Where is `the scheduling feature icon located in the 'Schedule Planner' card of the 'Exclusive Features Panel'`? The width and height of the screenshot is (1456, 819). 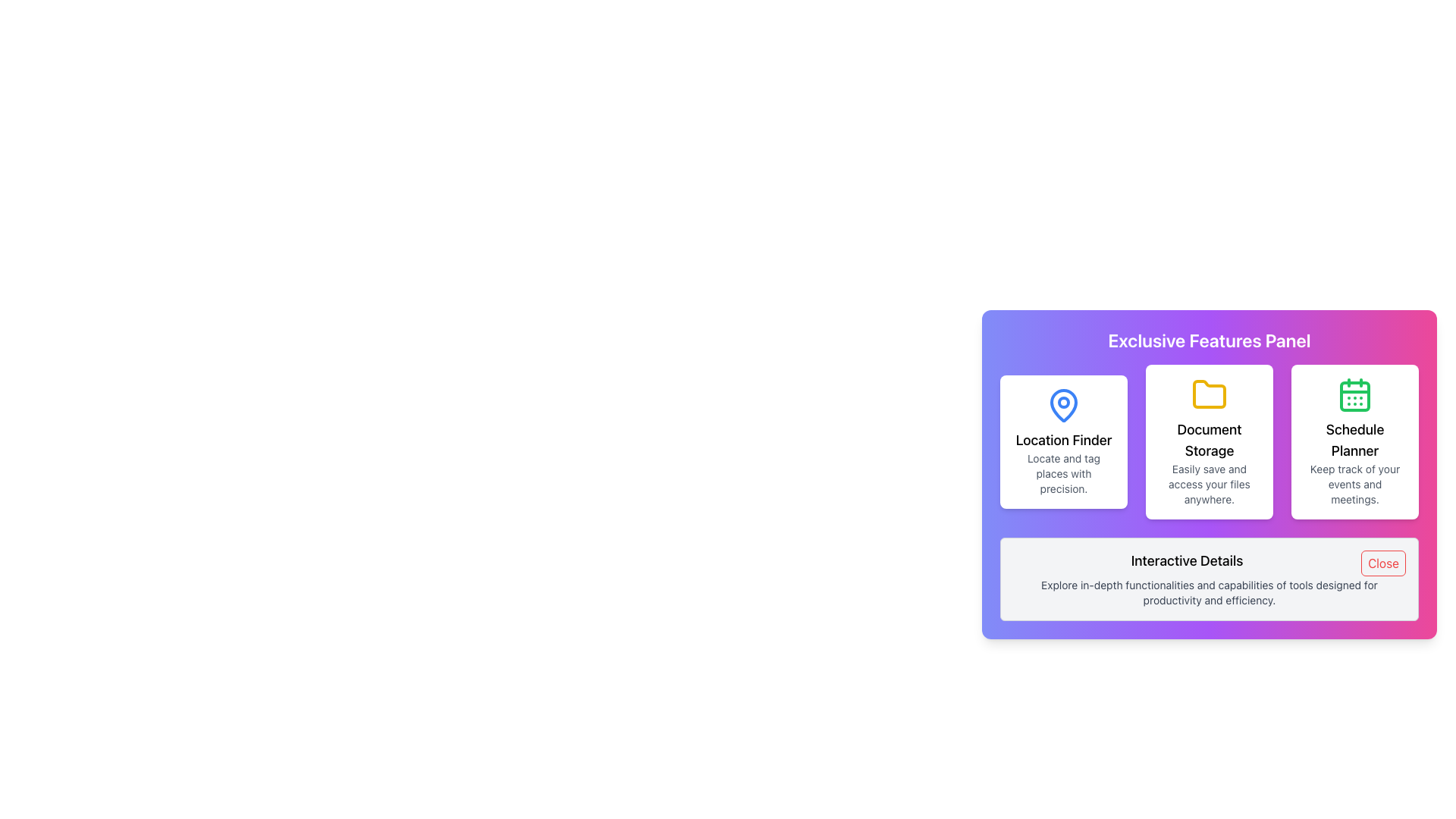 the scheduling feature icon located in the 'Schedule Planner' card of the 'Exclusive Features Panel' is located at coordinates (1354, 394).